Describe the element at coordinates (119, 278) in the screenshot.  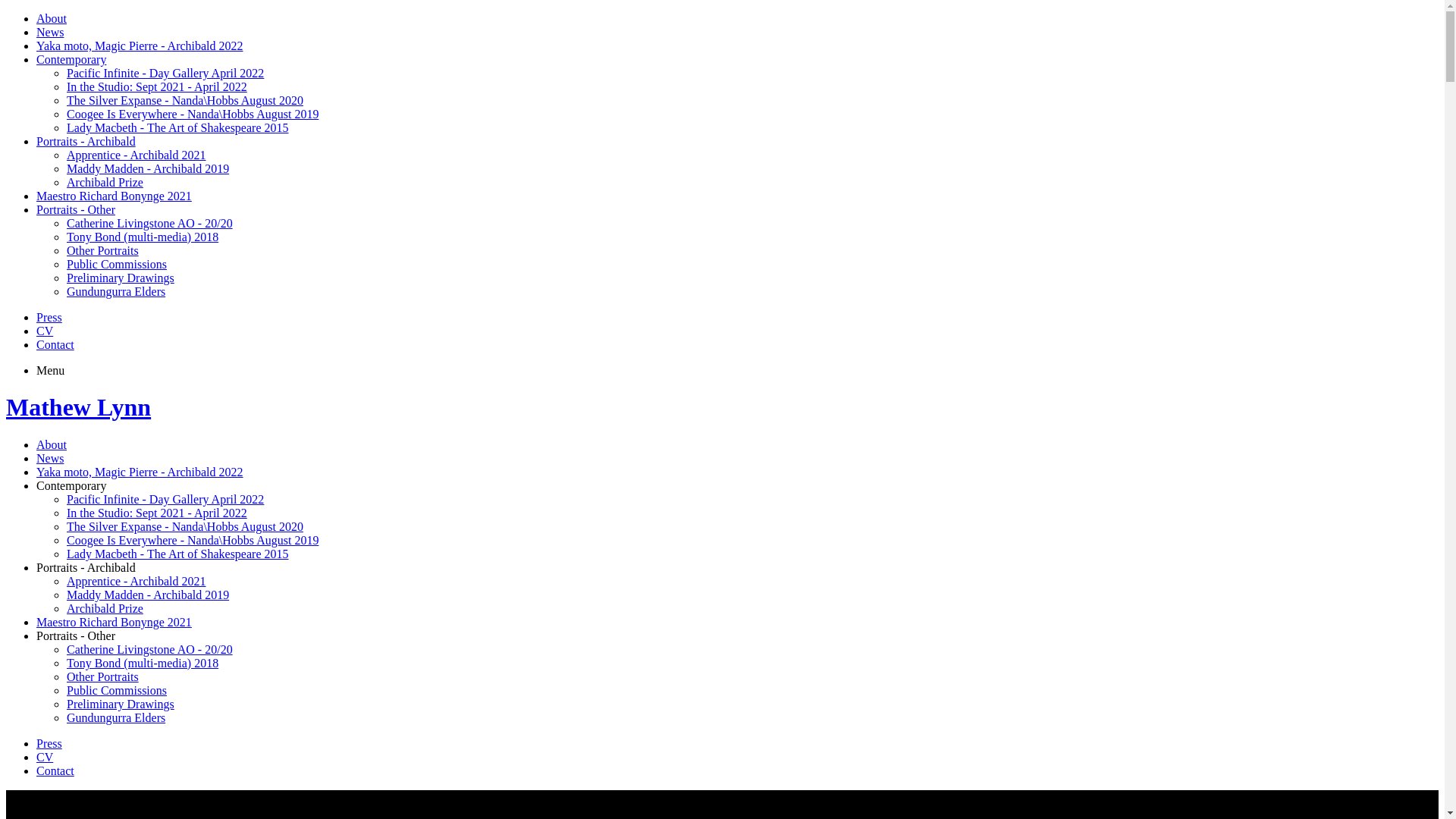
I see `'Preliminary Drawings'` at that location.